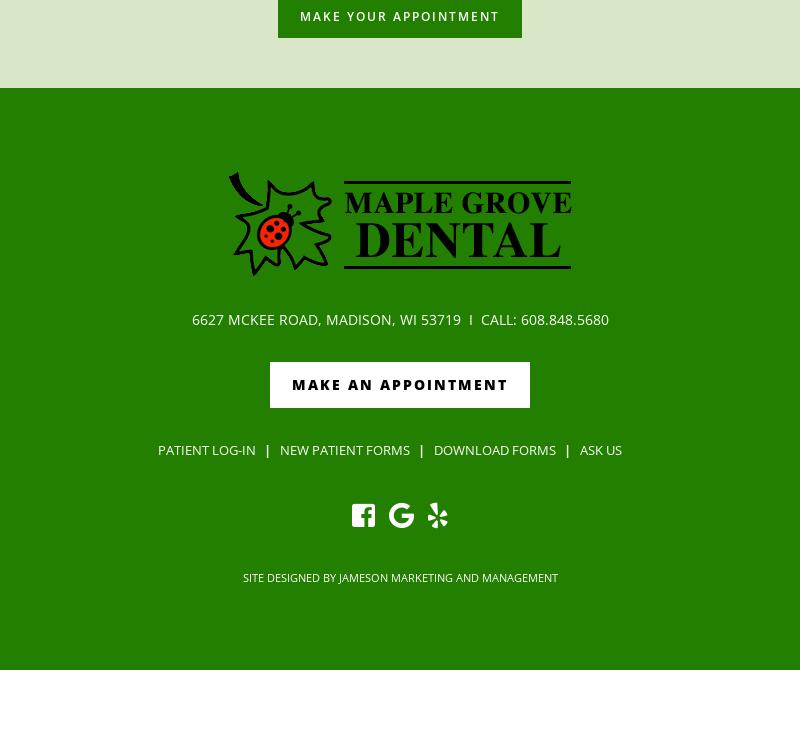  What do you see at coordinates (600, 448) in the screenshot?
I see `'Ask Us'` at bounding box center [600, 448].